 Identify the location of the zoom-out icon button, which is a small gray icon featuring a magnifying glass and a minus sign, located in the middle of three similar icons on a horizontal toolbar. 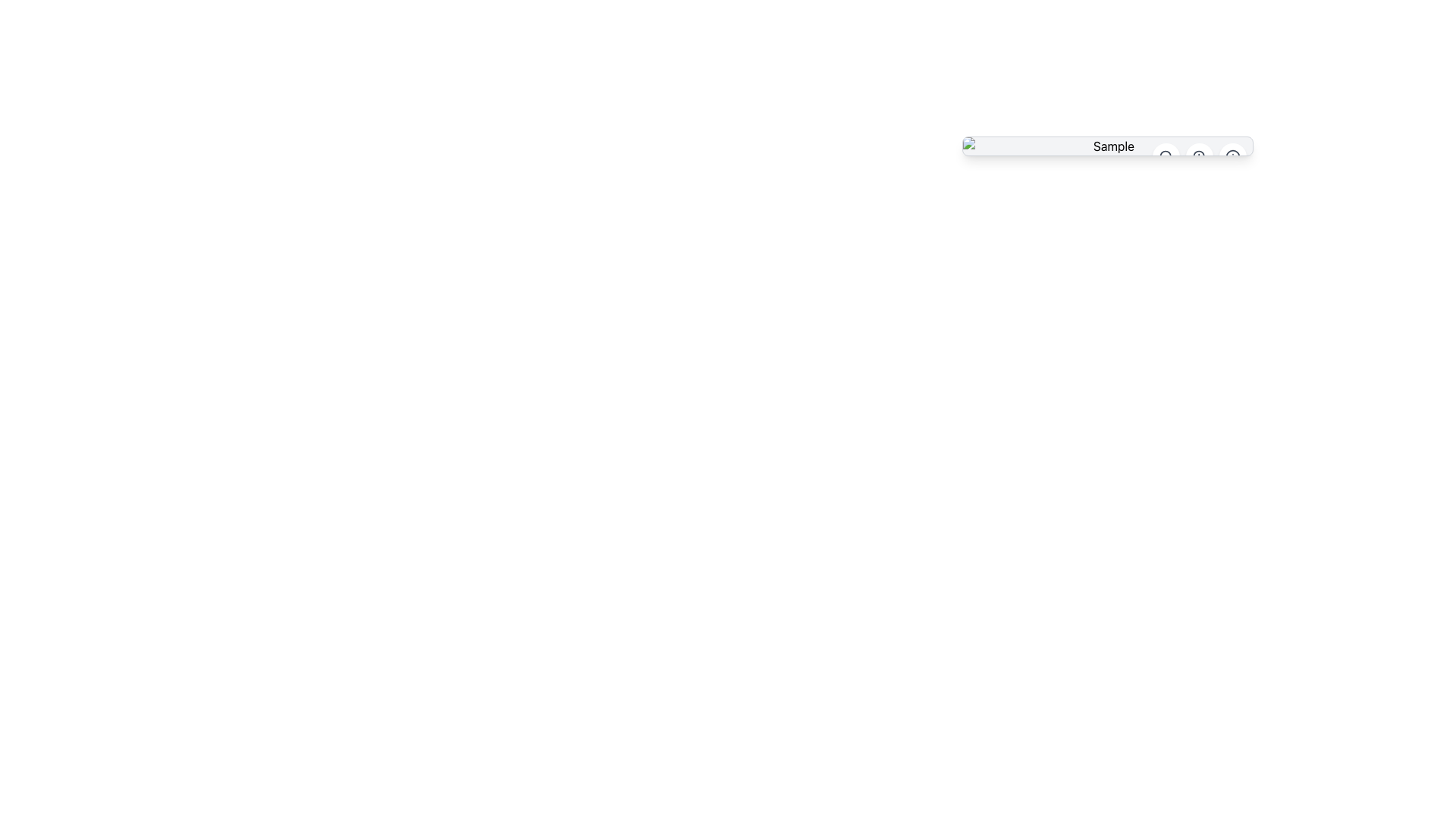
(1165, 157).